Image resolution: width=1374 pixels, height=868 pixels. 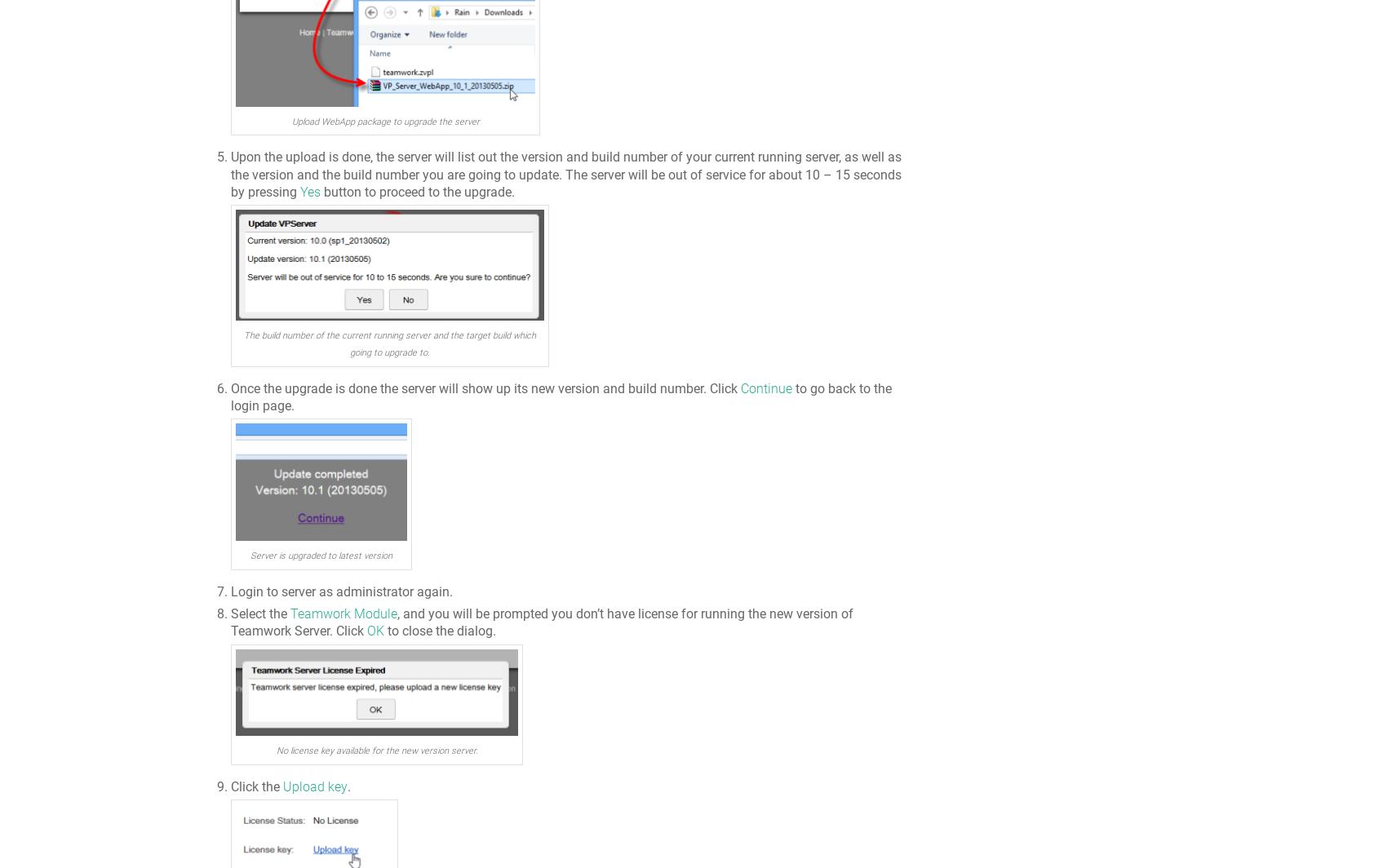 I want to click on 'Yes', so click(x=310, y=192).